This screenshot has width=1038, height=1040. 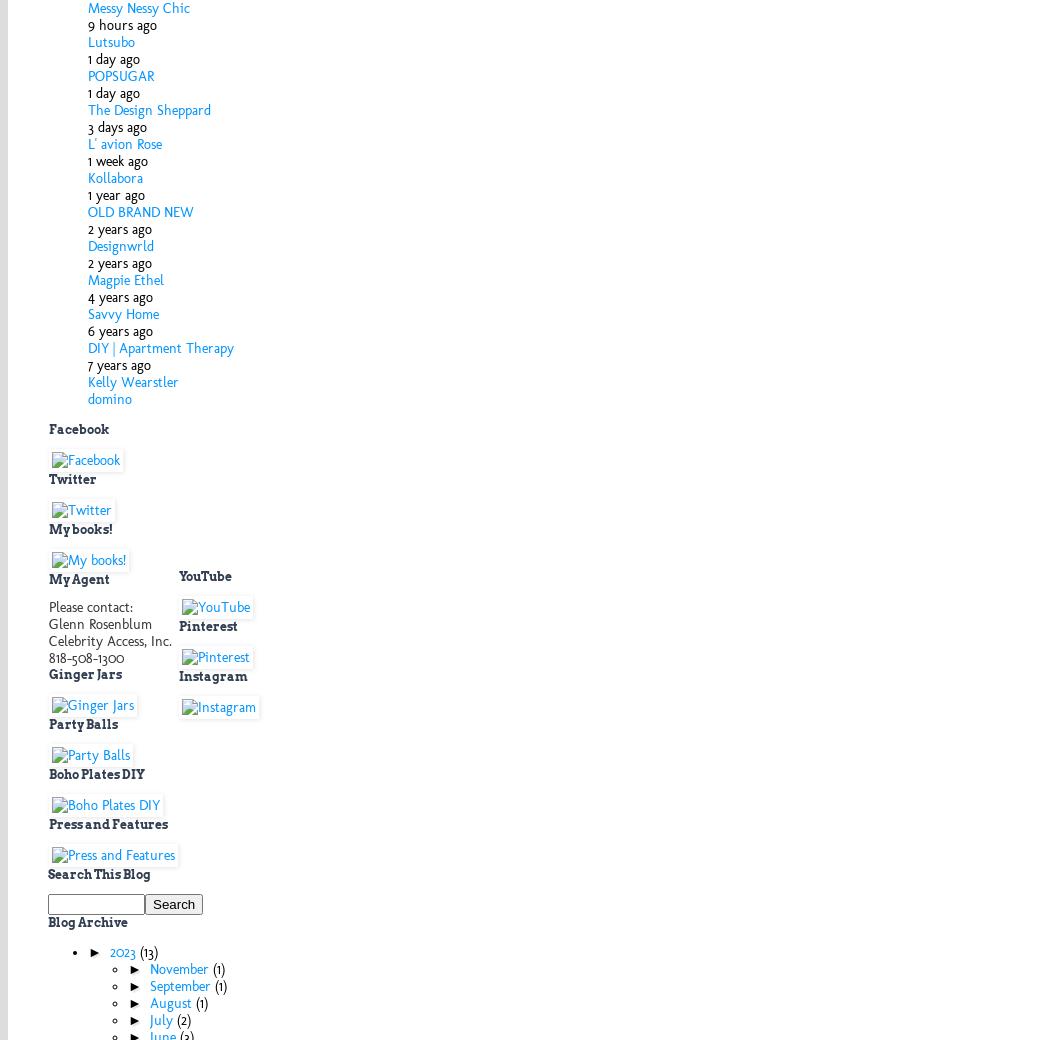 What do you see at coordinates (87, 108) in the screenshot?
I see `'The Design Sheppard'` at bounding box center [87, 108].